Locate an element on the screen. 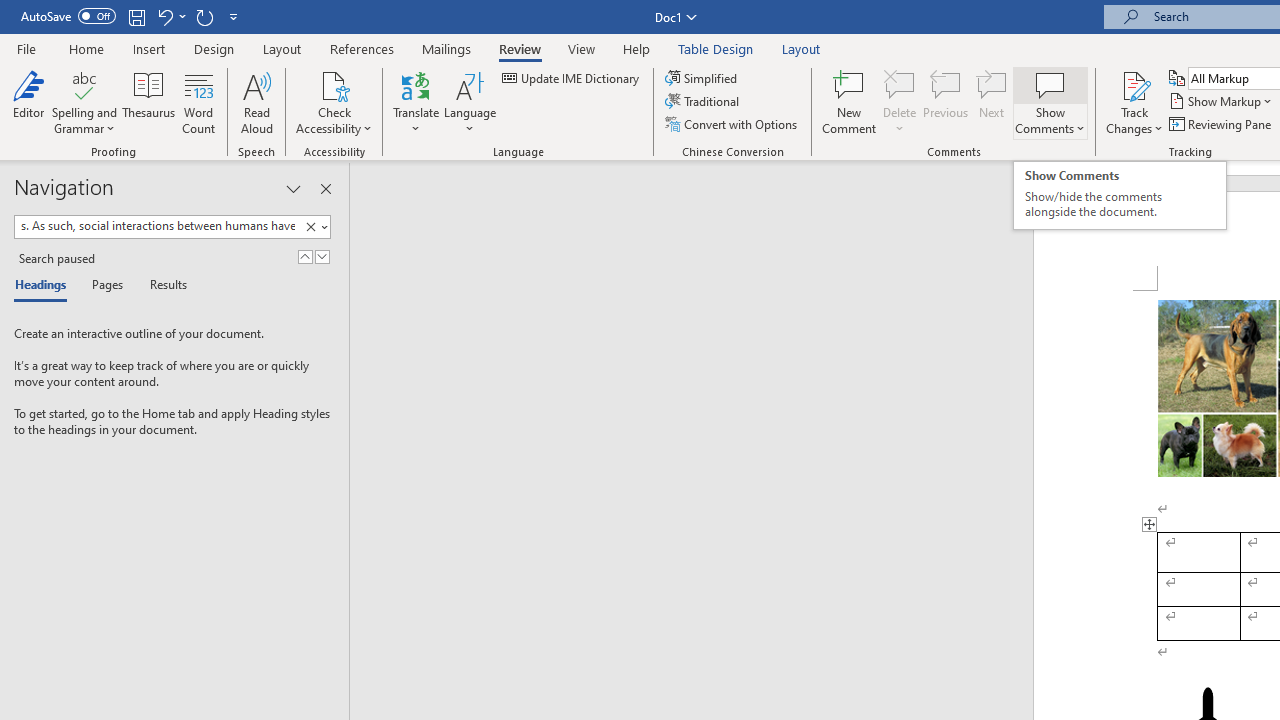 This screenshot has height=720, width=1280. 'Simplified' is located at coordinates (702, 77).